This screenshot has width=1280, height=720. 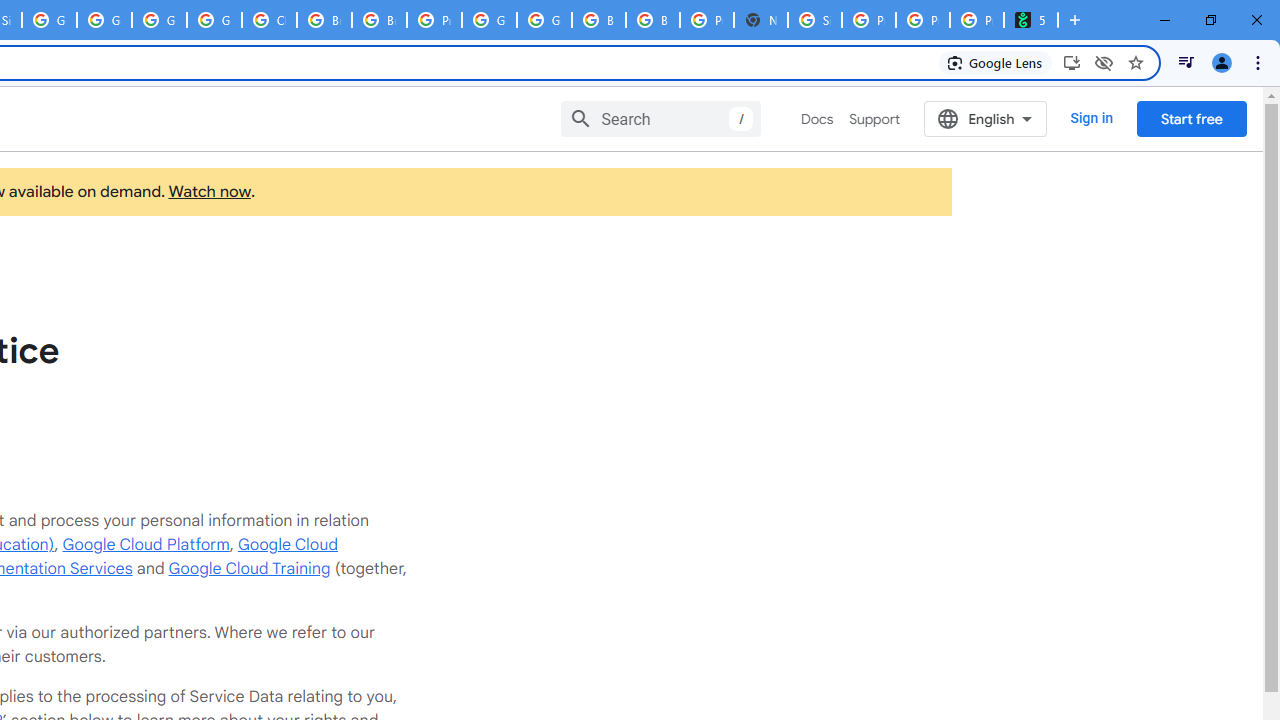 What do you see at coordinates (995, 61) in the screenshot?
I see `'Search with Google Lens'` at bounding box center [995, 61].